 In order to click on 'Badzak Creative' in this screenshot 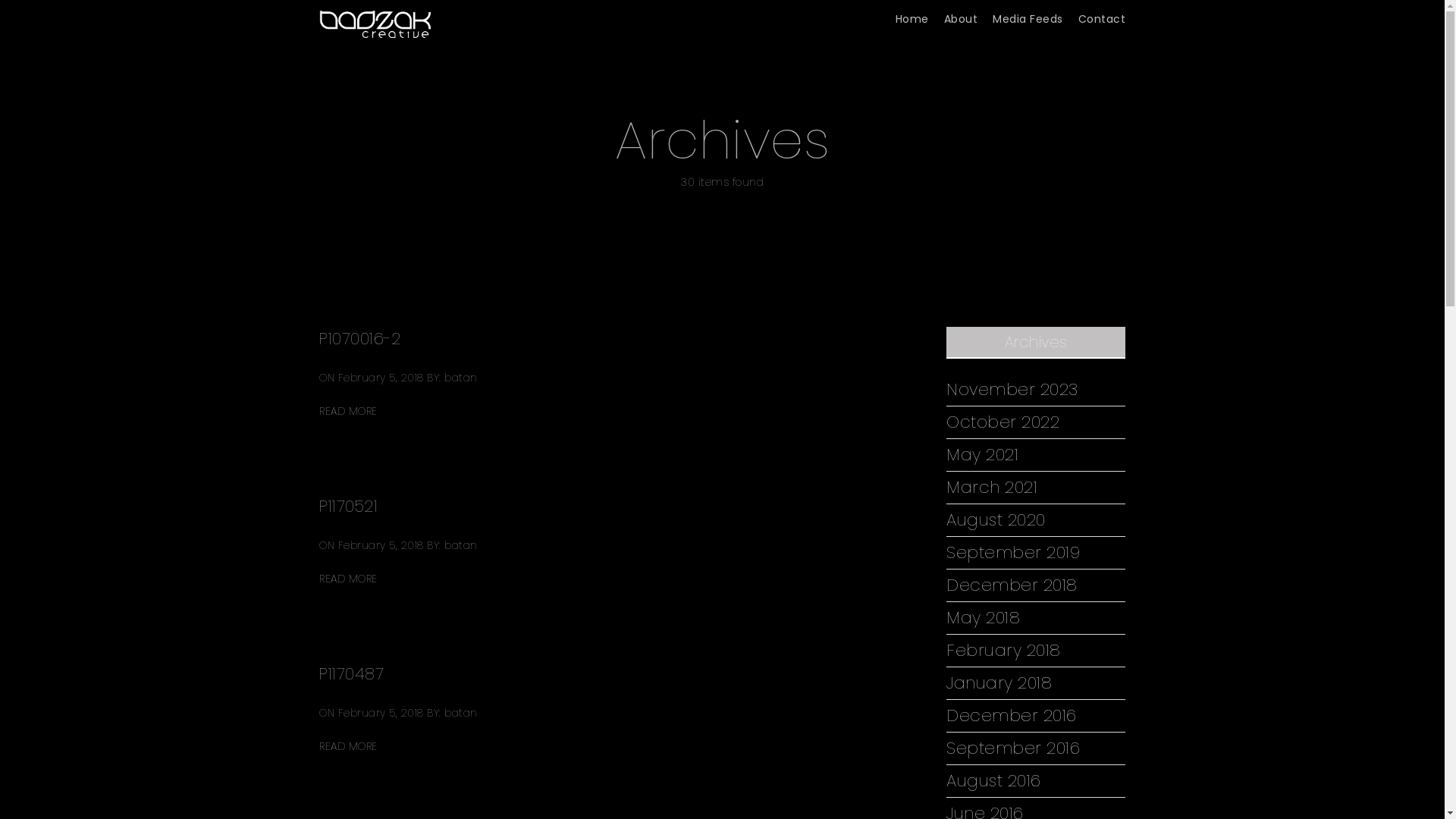, I will do `click(318, 18)`.